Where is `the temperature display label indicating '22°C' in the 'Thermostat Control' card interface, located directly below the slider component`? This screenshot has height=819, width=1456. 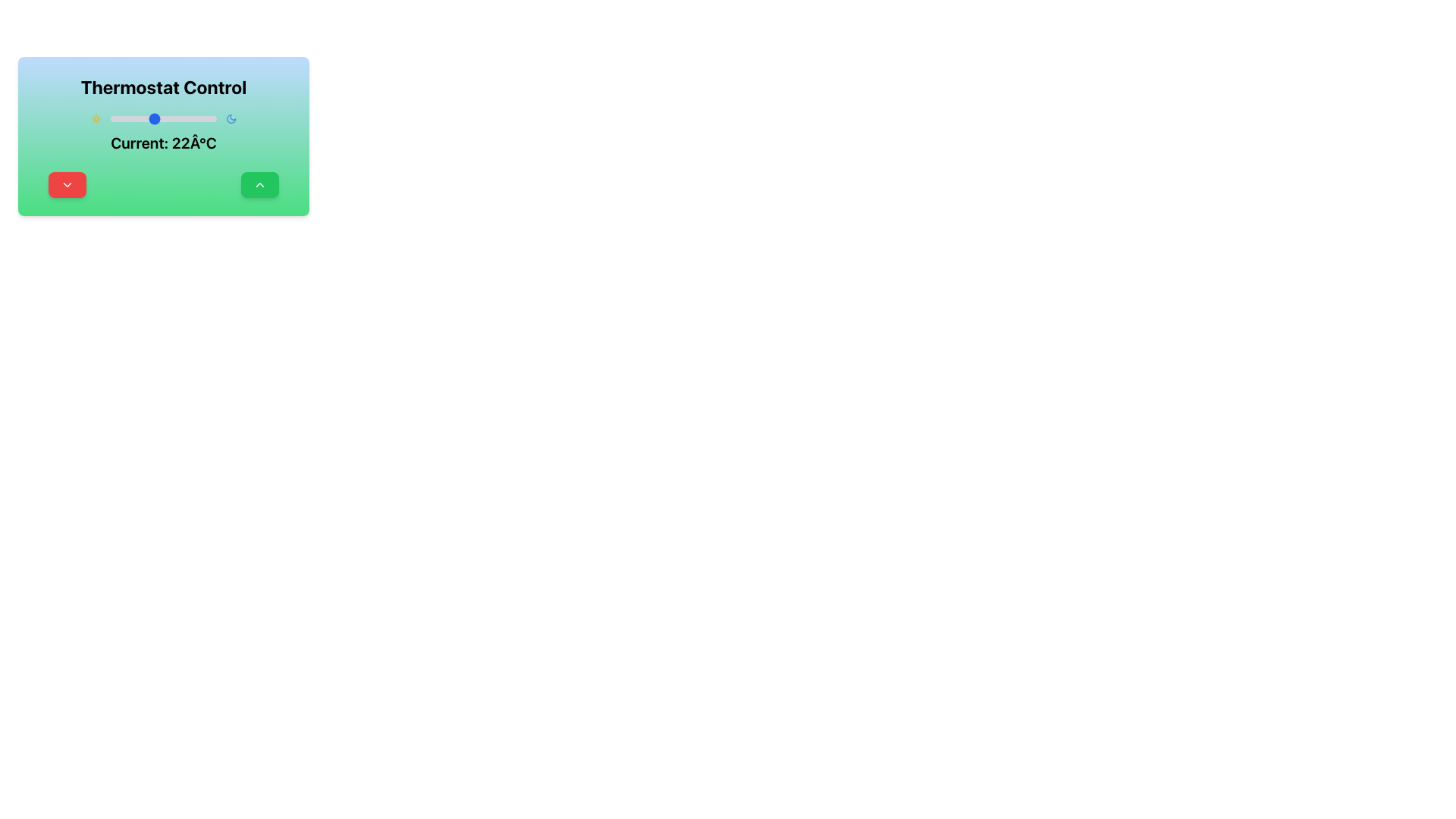 the temperature display label indicating '22°C' in the 'Thermostat Control' card interface, located directly below the slider component is located at coordinates (164, 131).